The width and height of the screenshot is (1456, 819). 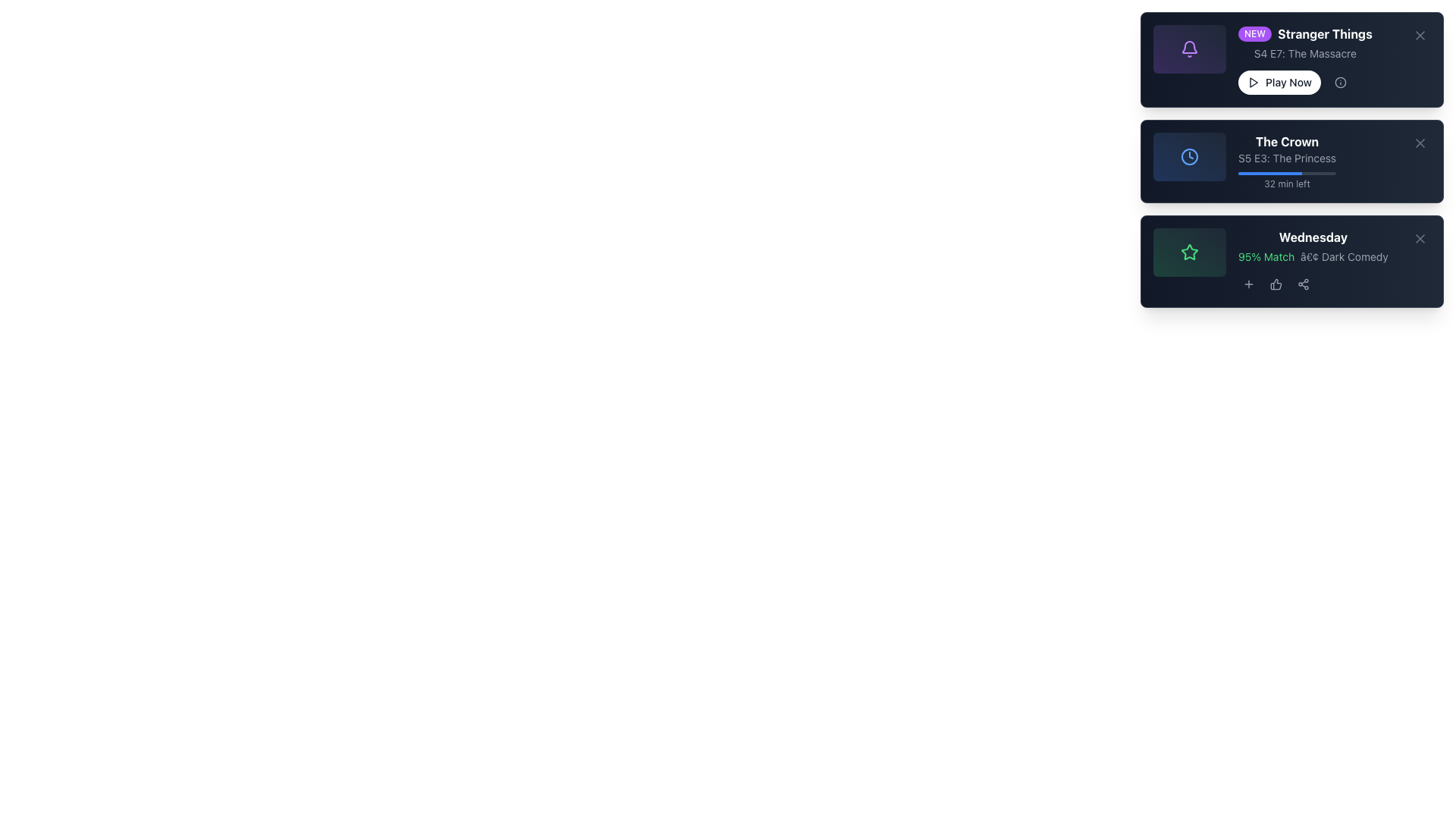 I want to click on the bold textual label reading 'Stranger Things' with a highlighted 'NEW' tag, styled with a purple background and white text, located at the top of the first card in the vertical stack, so click(x=1304, y=34).